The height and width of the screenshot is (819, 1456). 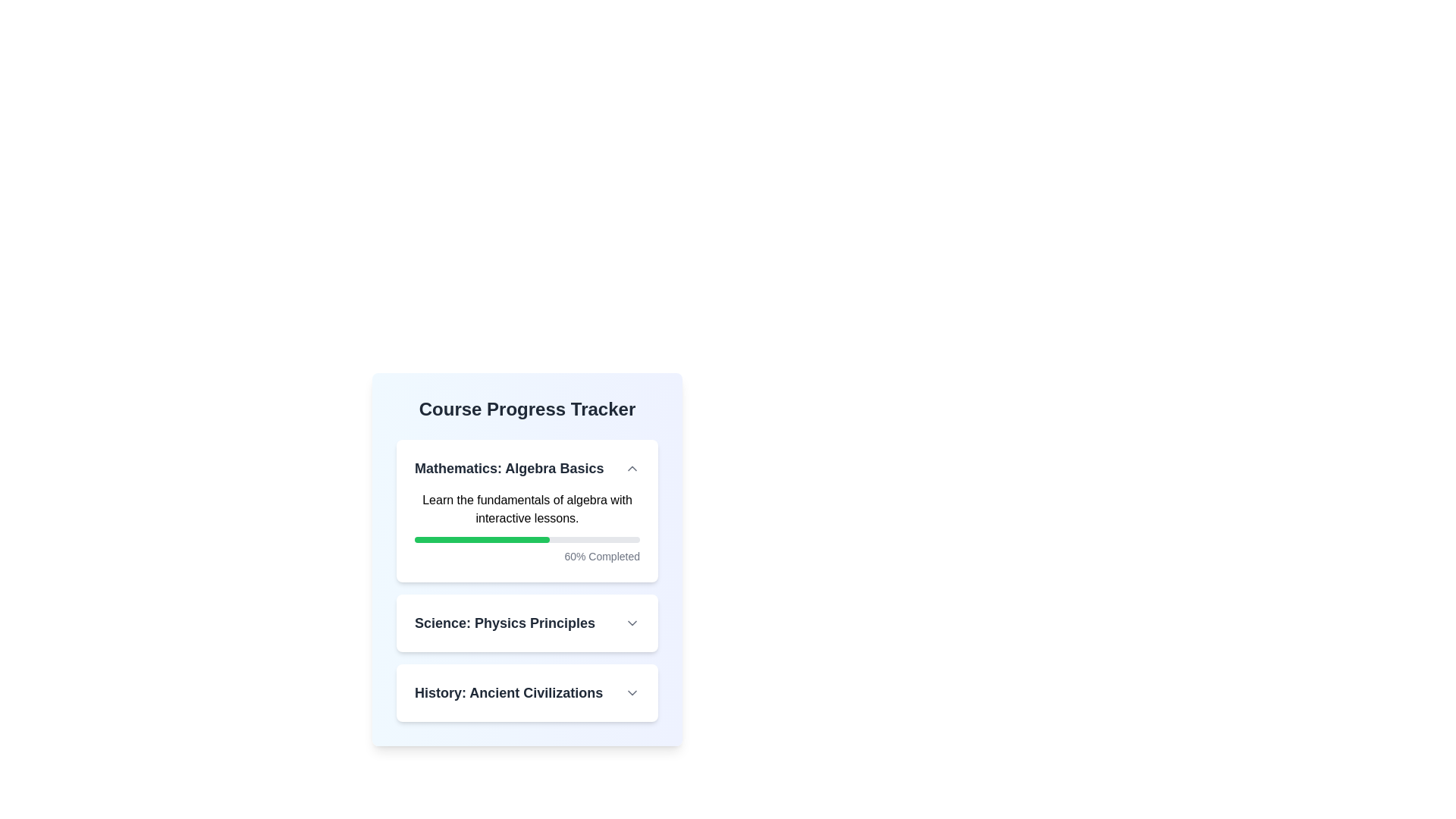 I want to click on the non-interactive text label that serves as a title indicating 'History: Ancient Civilizations' within the Course Progress Tracker interface, so click(x=509, y=693).